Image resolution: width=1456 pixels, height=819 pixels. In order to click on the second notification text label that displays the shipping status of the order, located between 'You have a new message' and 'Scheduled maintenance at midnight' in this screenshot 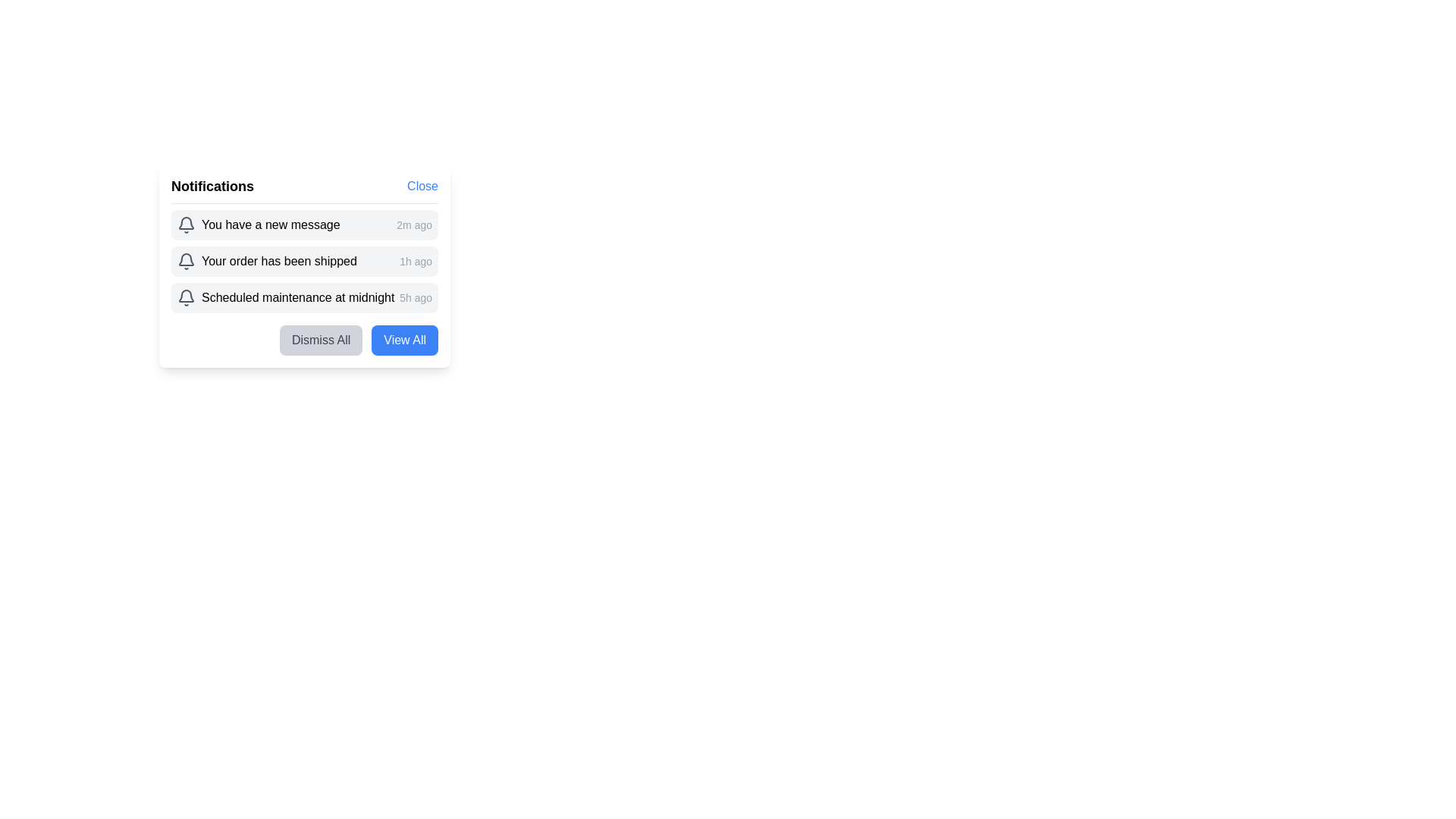, I will do `click(267, 260)`.